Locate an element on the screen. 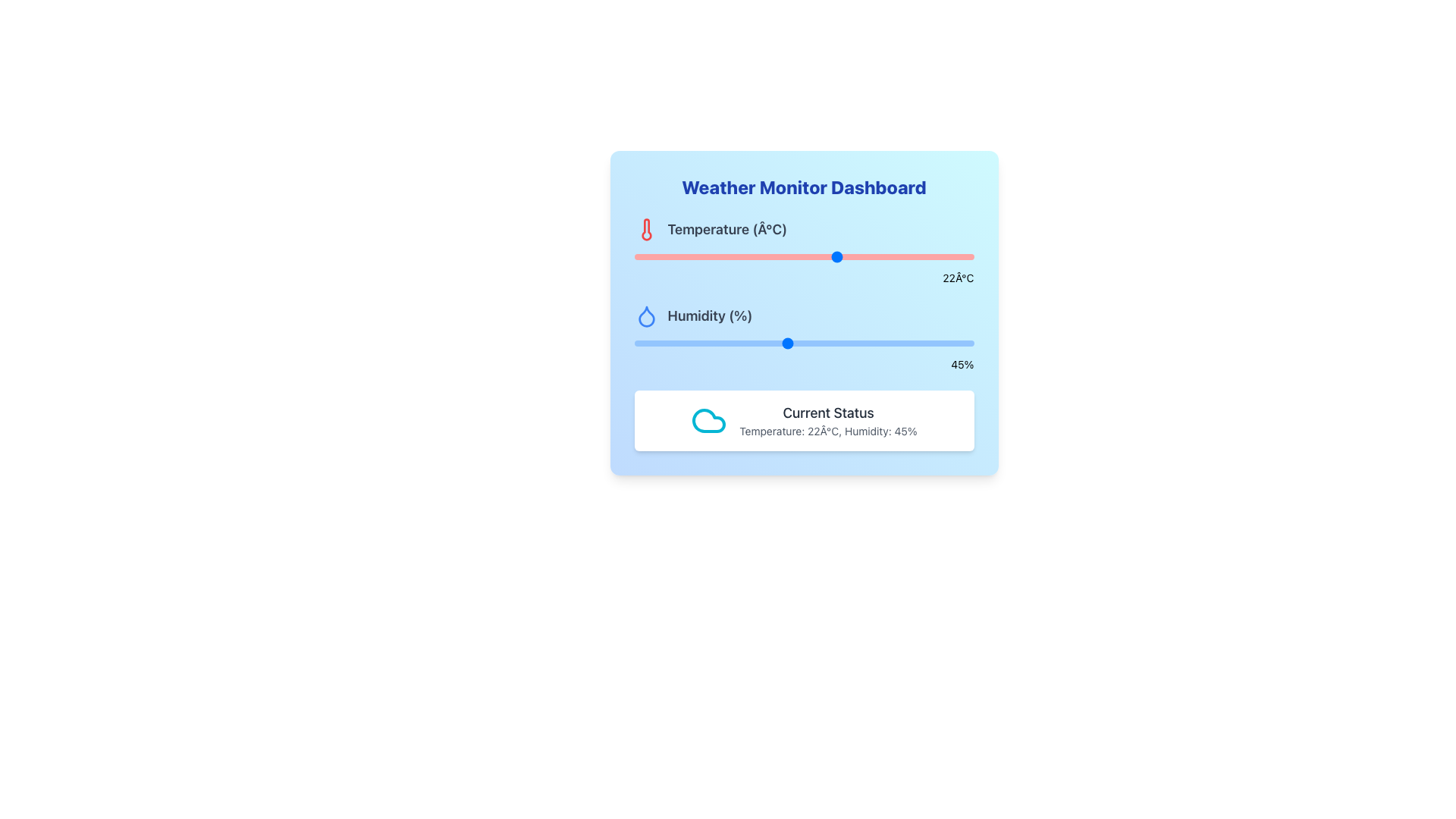 This screenshot has height=819, width=1456. the track of the temperature range slider located below the 'Temperature (°C)' label and red thermometer icon in the 'Weather Monitor Dashboard' card to set the position is located at coordinates (803, 256).